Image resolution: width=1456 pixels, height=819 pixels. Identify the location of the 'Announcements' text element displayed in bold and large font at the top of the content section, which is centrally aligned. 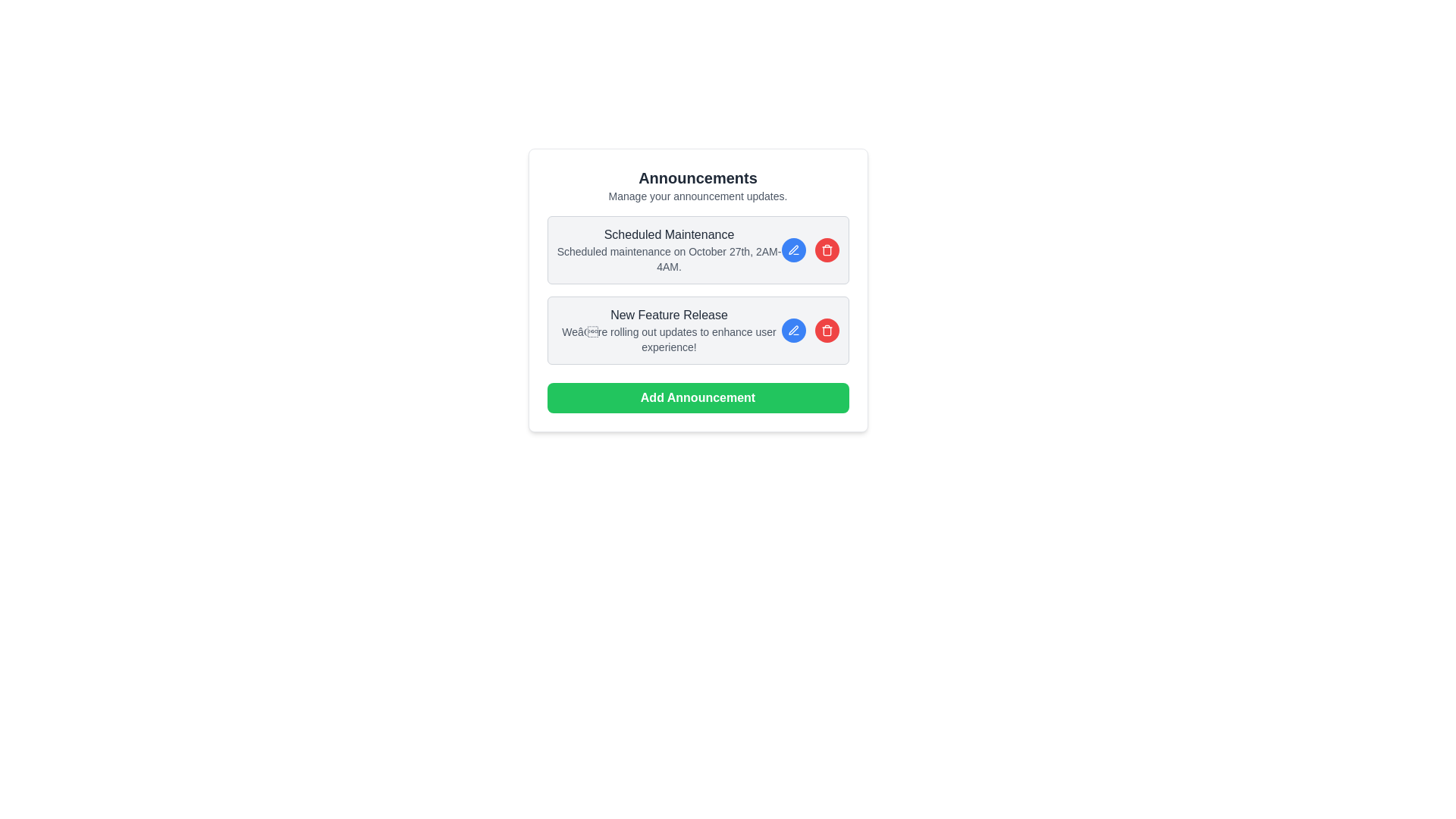
(697, 177).